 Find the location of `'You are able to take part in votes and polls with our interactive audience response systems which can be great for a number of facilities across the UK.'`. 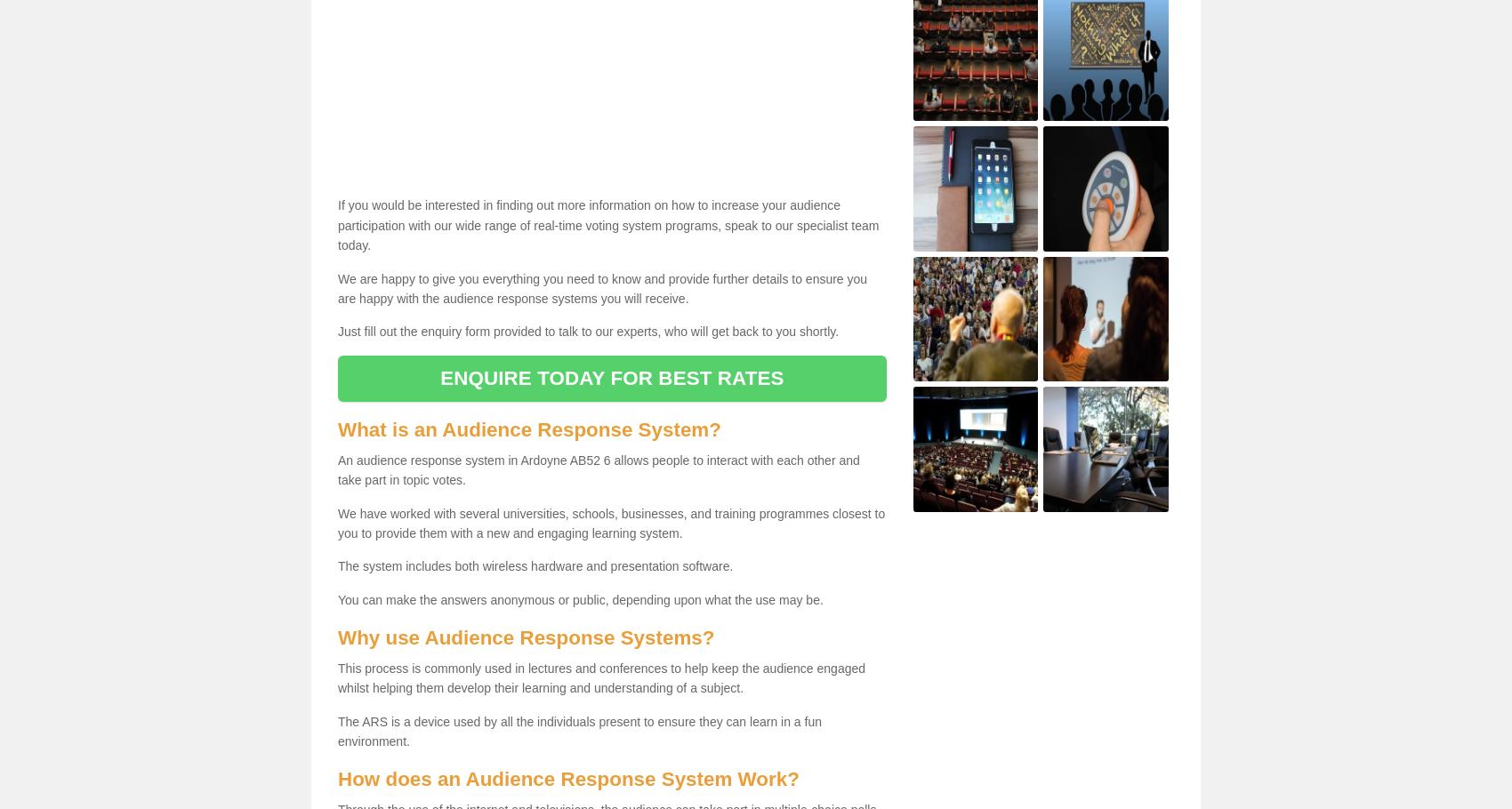

'You are able to take part in votes and polls with our interactive audience response systems which can be great for a number of facilities across the UK.' is located at coordinates (345, 476).